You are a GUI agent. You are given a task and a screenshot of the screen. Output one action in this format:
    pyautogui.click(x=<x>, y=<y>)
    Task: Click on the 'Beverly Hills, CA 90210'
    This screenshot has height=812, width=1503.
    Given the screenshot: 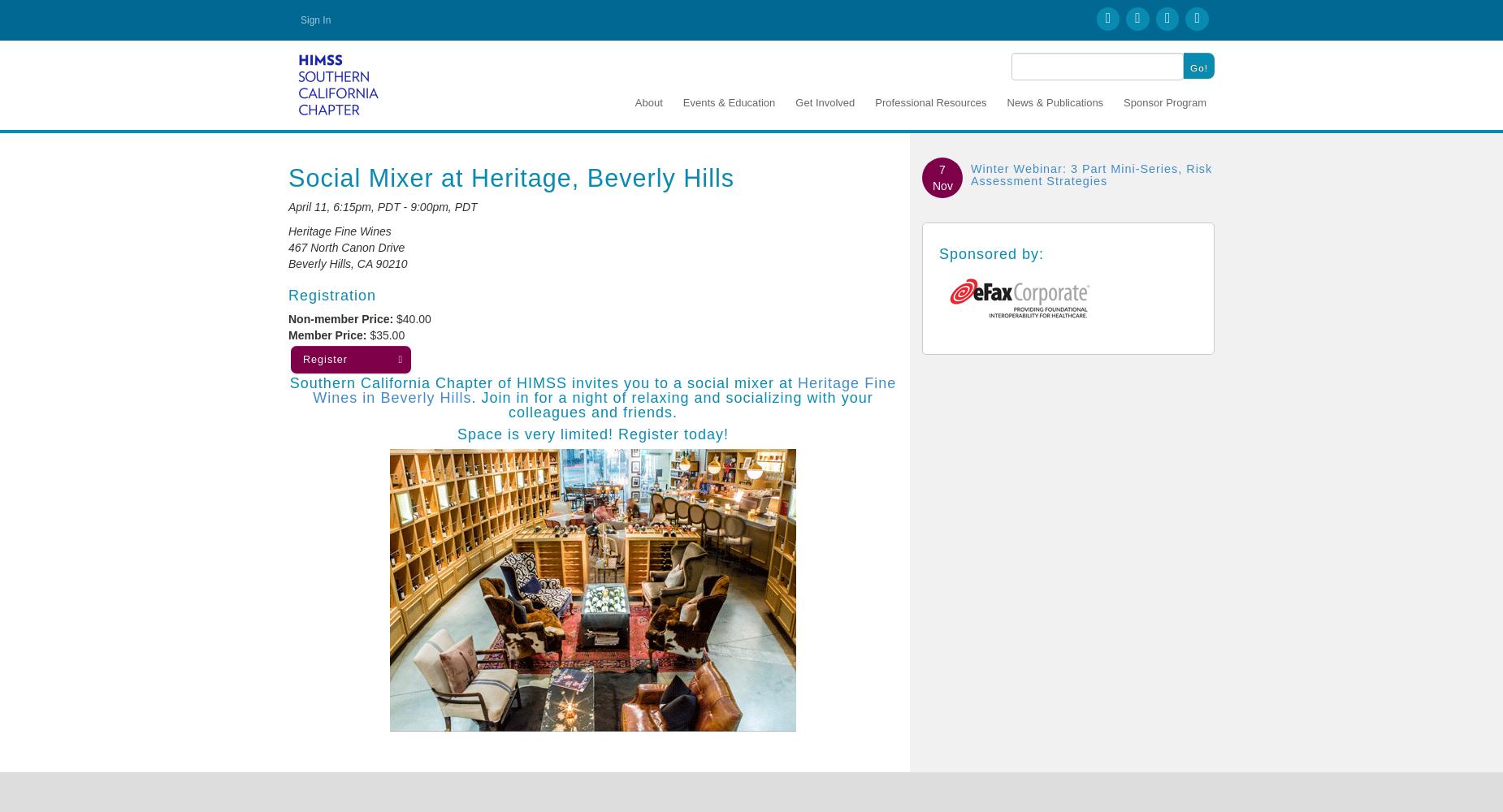 What is the action you would take?
    pyautogui.click(x=347, y=262)
    